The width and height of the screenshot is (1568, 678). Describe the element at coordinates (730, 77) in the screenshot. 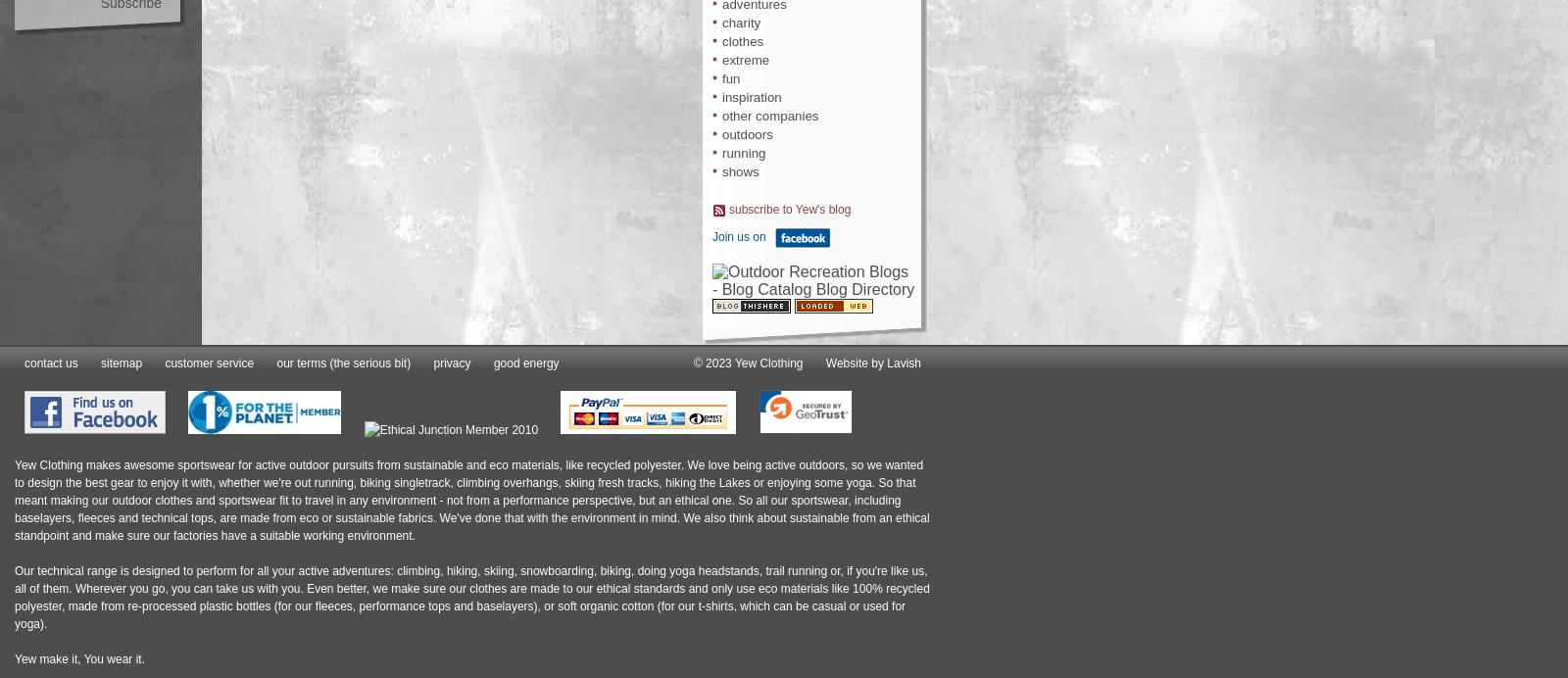

I see `'fun'` at that location.